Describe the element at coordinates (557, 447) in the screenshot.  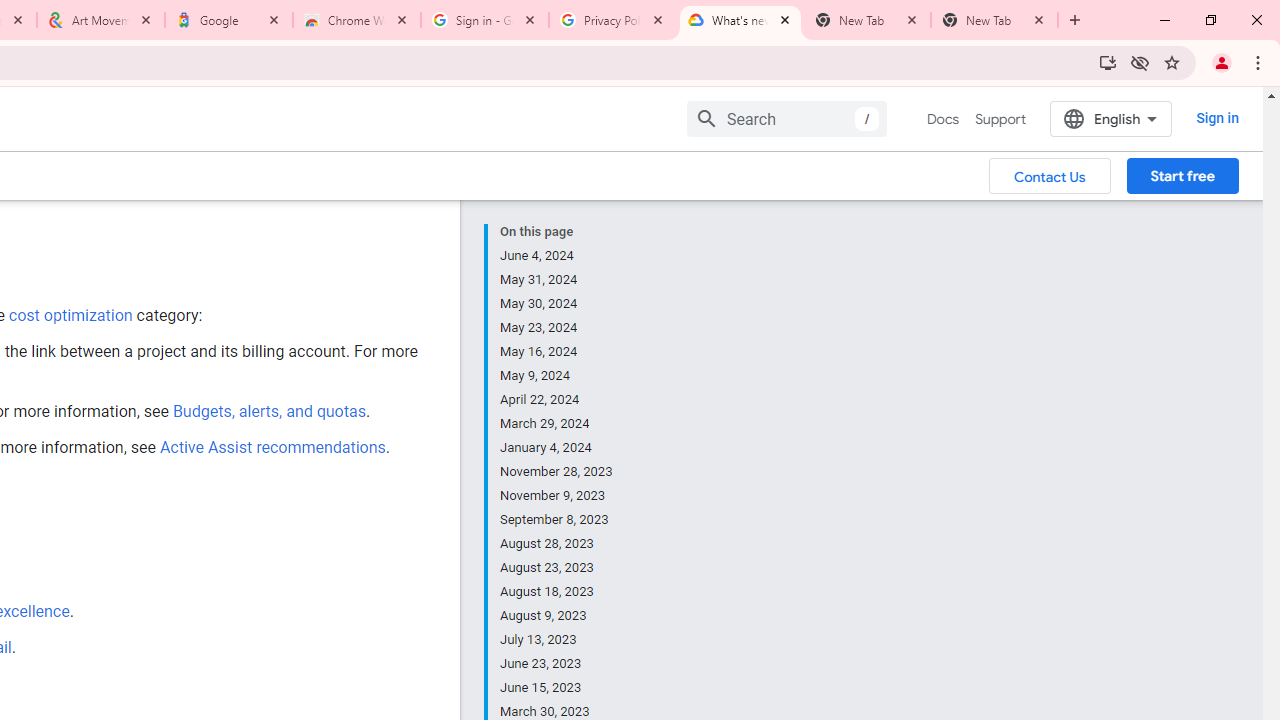
I see `'January 4, 2024'` at that location.